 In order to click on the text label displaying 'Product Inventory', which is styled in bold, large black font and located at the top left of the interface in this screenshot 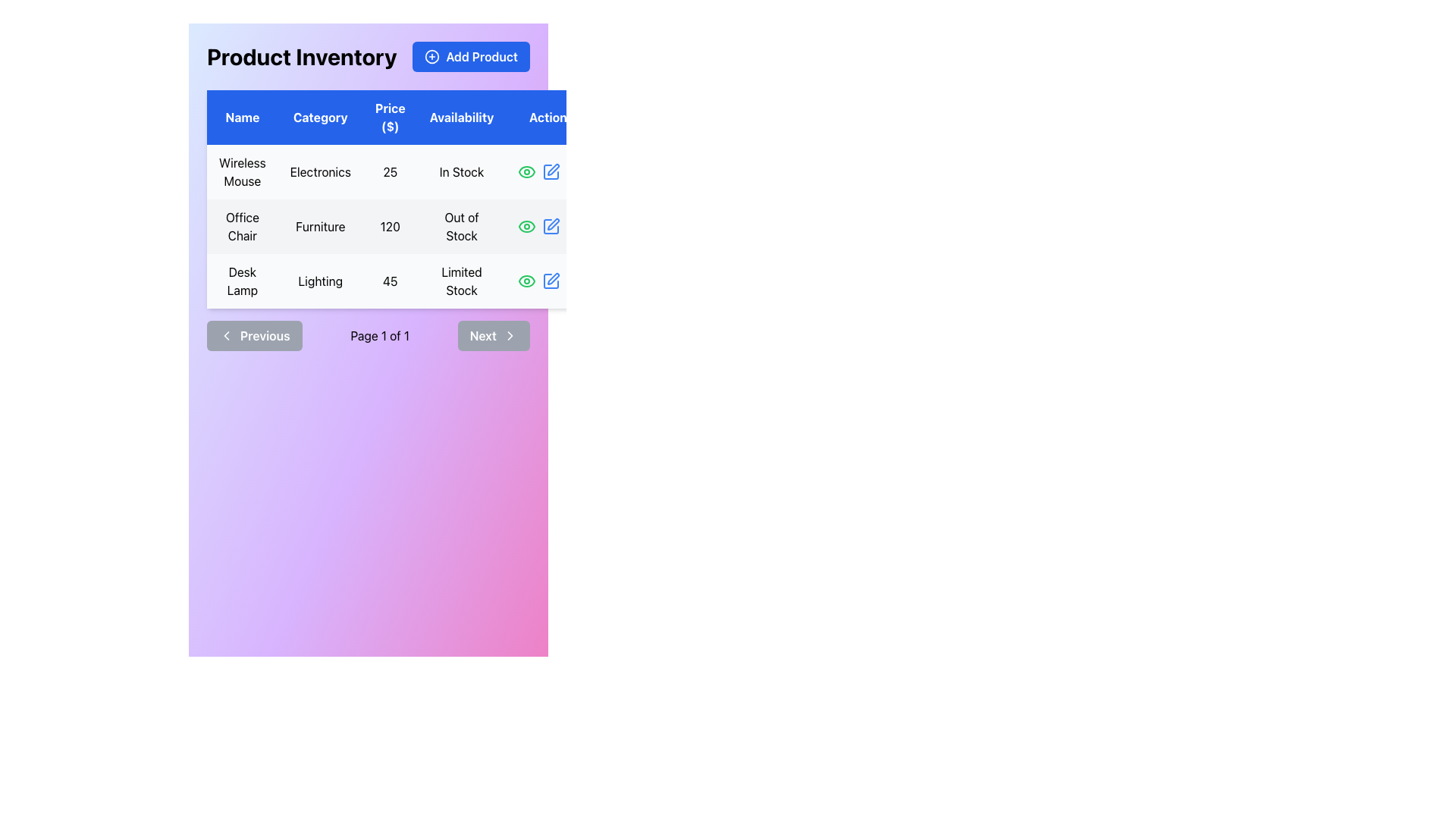, I will do `click(302, 55)`.